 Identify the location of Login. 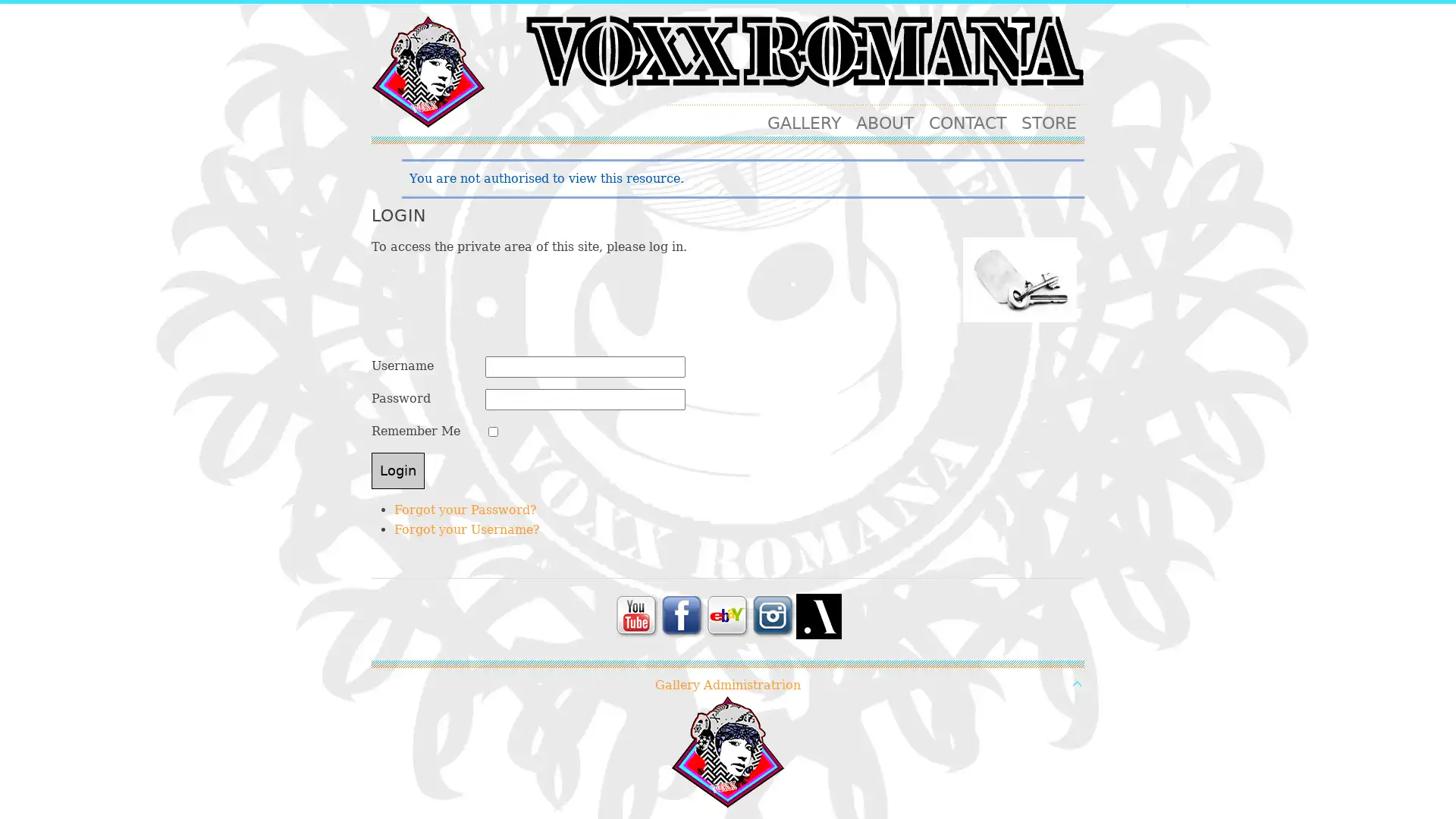
(397, 470).